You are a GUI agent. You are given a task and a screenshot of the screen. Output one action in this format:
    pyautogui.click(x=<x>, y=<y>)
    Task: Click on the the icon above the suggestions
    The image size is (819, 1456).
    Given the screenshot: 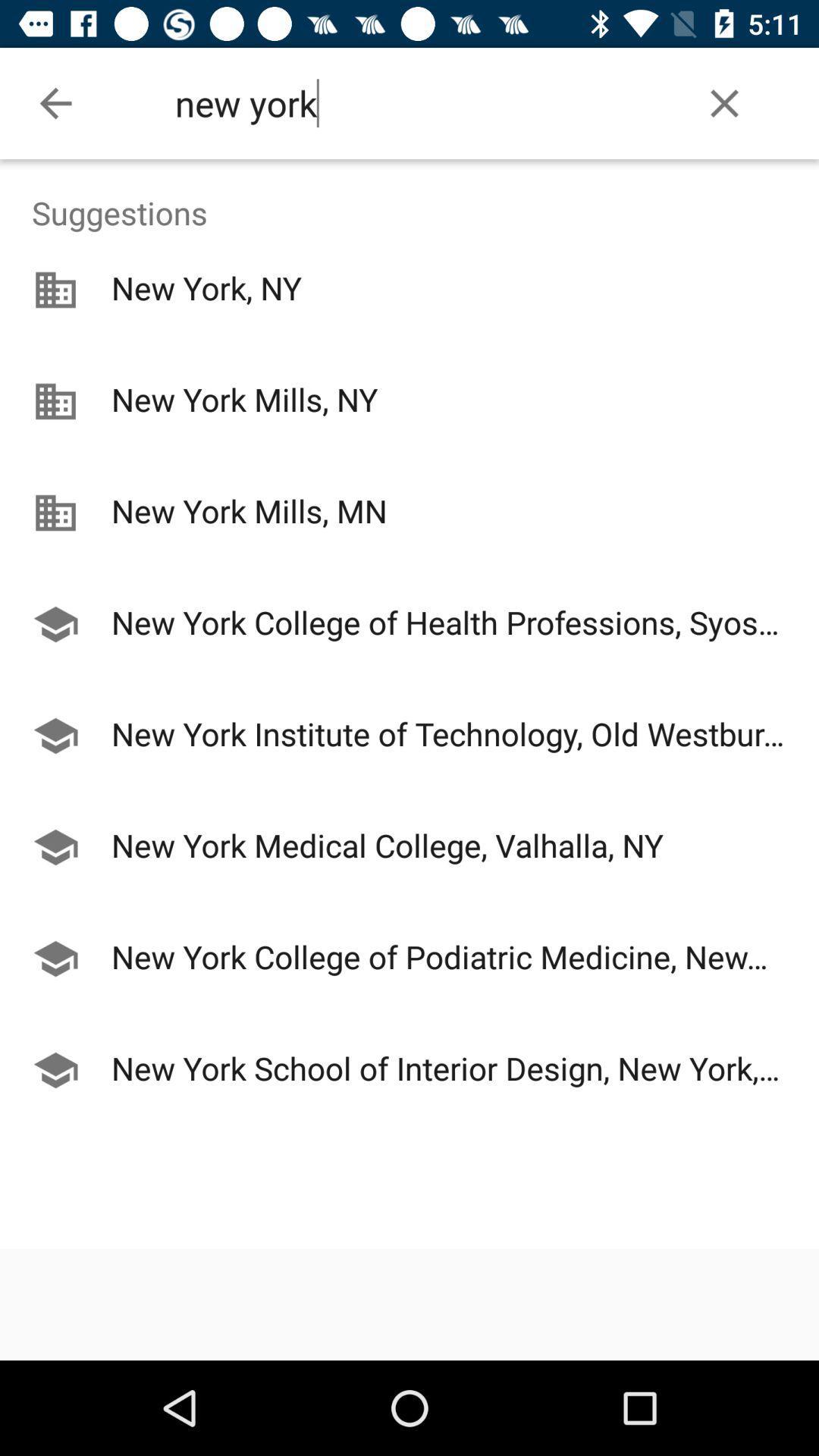 What is the action you would take?
    pyautogui.click(x=55, y=102)
    